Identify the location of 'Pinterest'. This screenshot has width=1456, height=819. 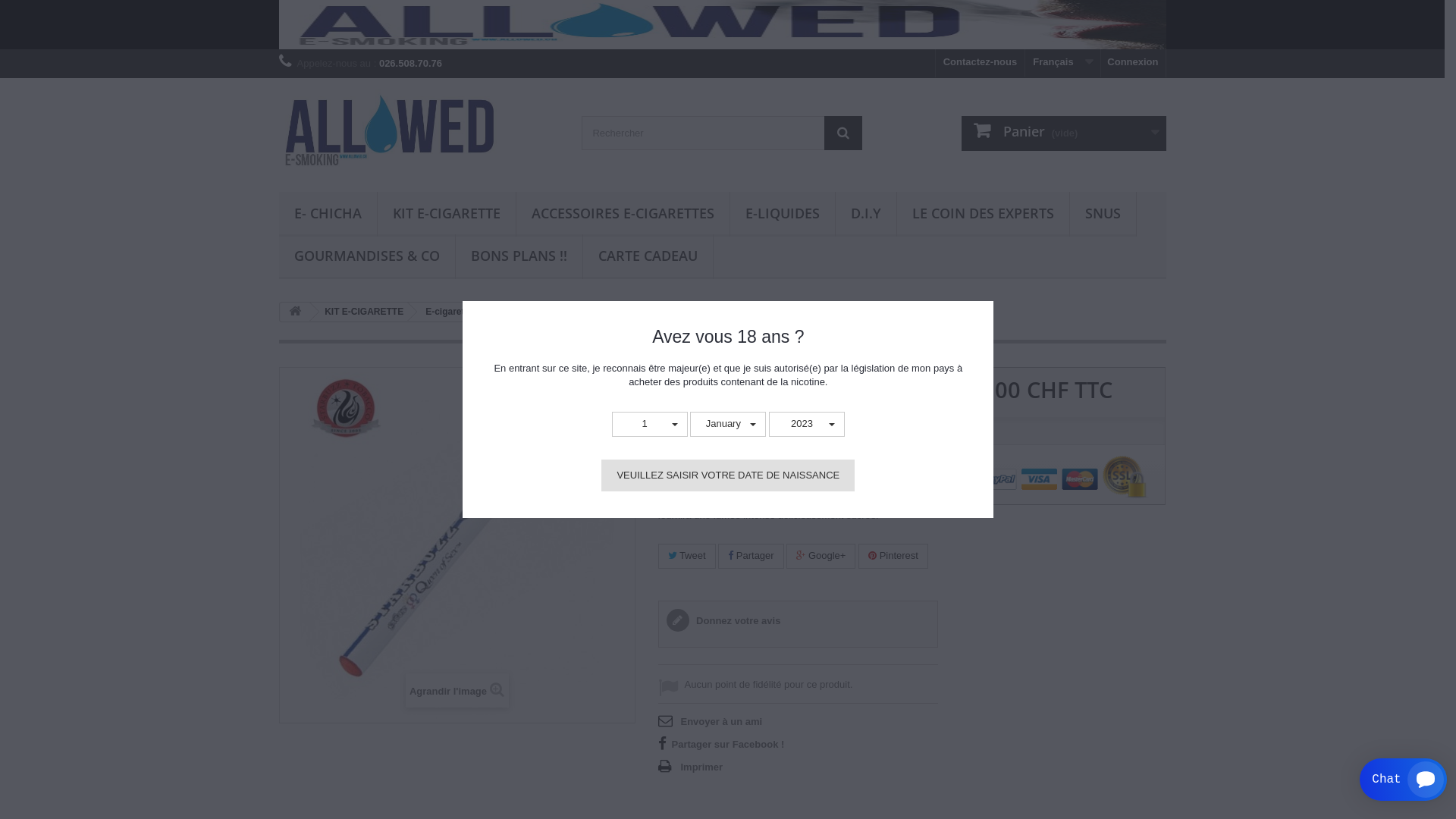
(893, 556).